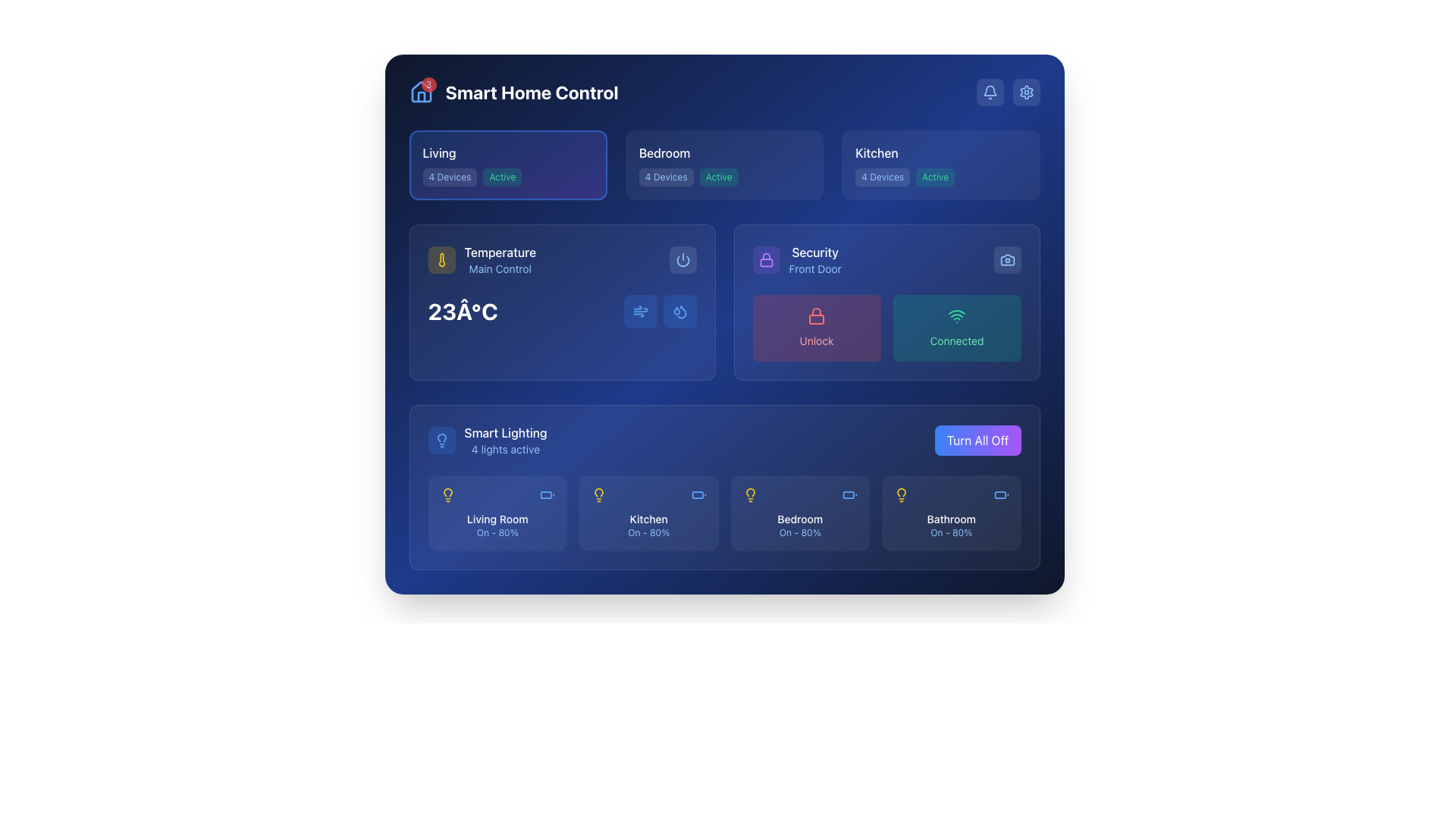 This screenshot has width=1456, height=819. What do you see at coordinates (497, 513) in the screenshot?
I see `the first Clickable card component representing the status of the lighting in the living room` at bounding box center [497, 513].